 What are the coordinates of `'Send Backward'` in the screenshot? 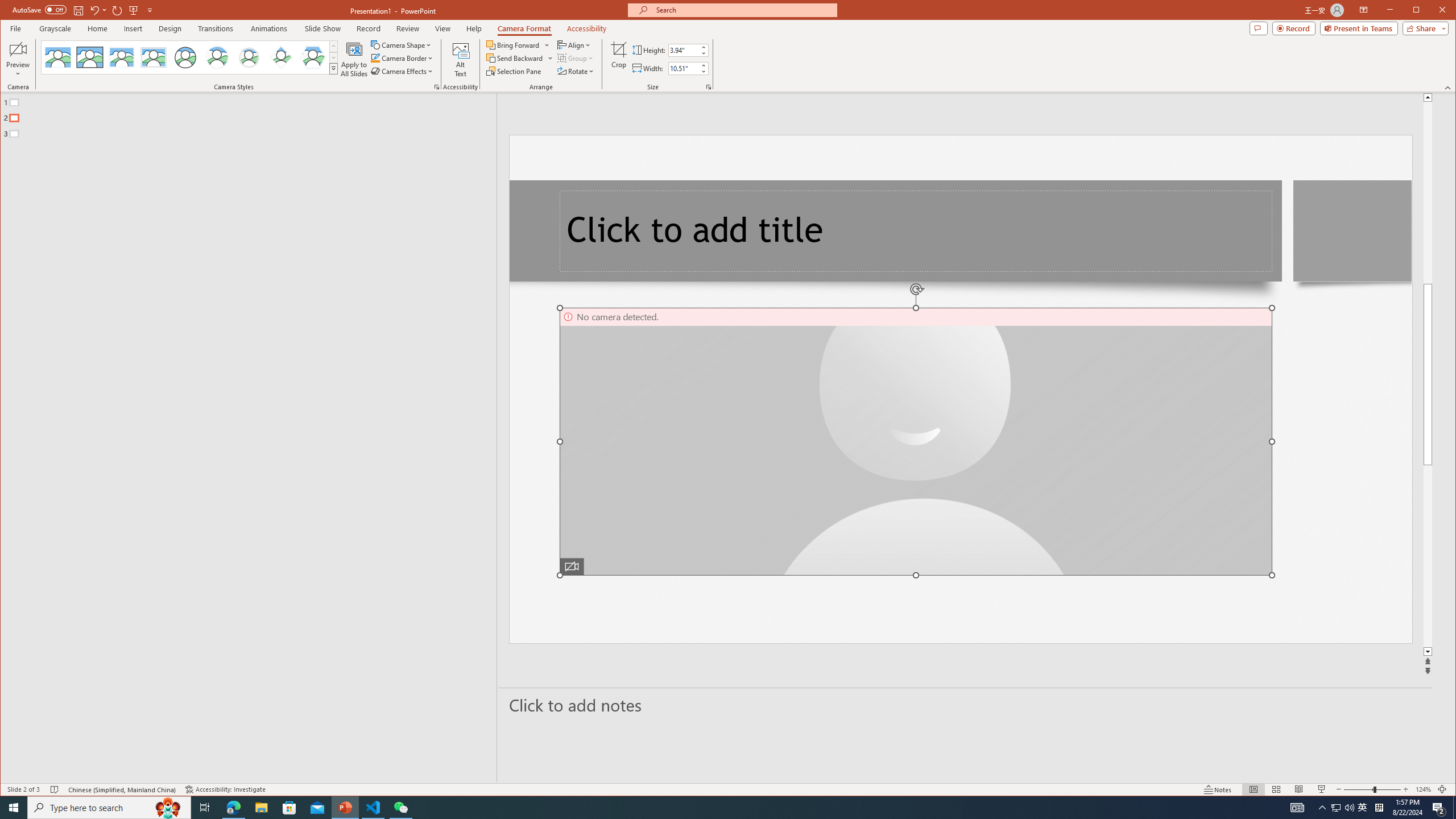 It's located at (515, 58).